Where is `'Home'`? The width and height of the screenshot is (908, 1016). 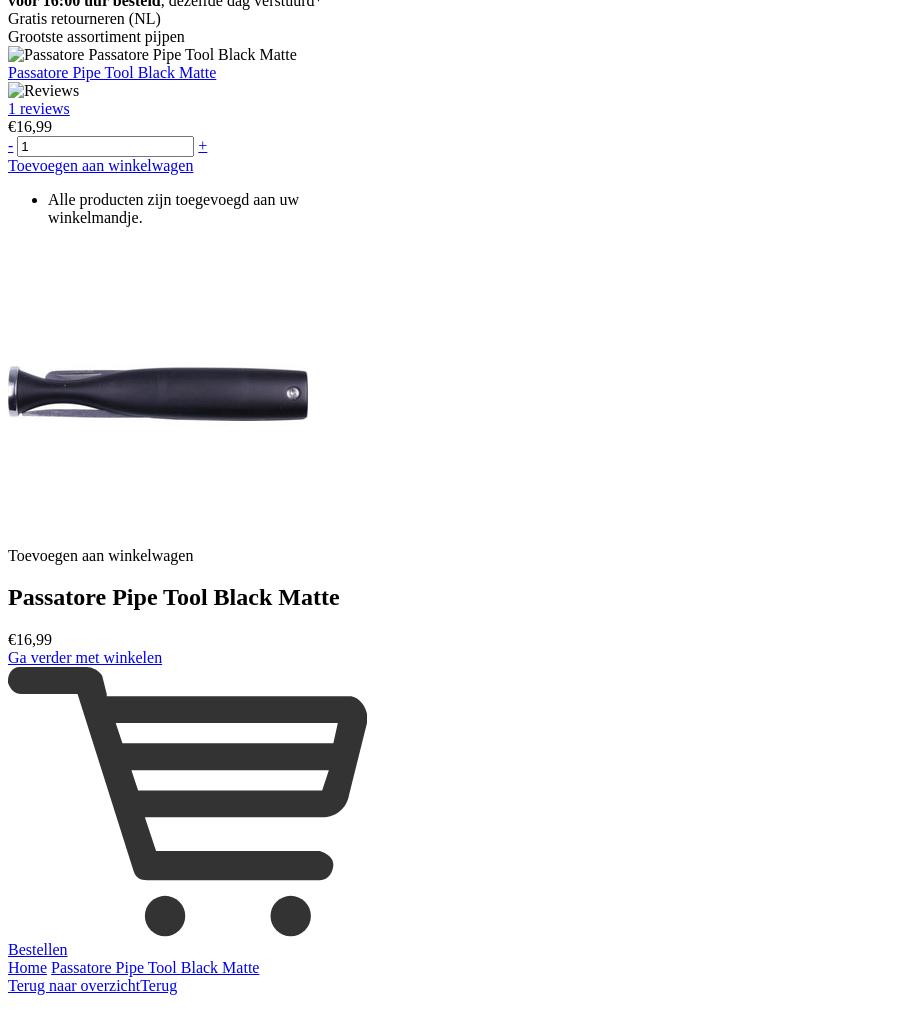 'Home' is located at coordinates (26, 966).